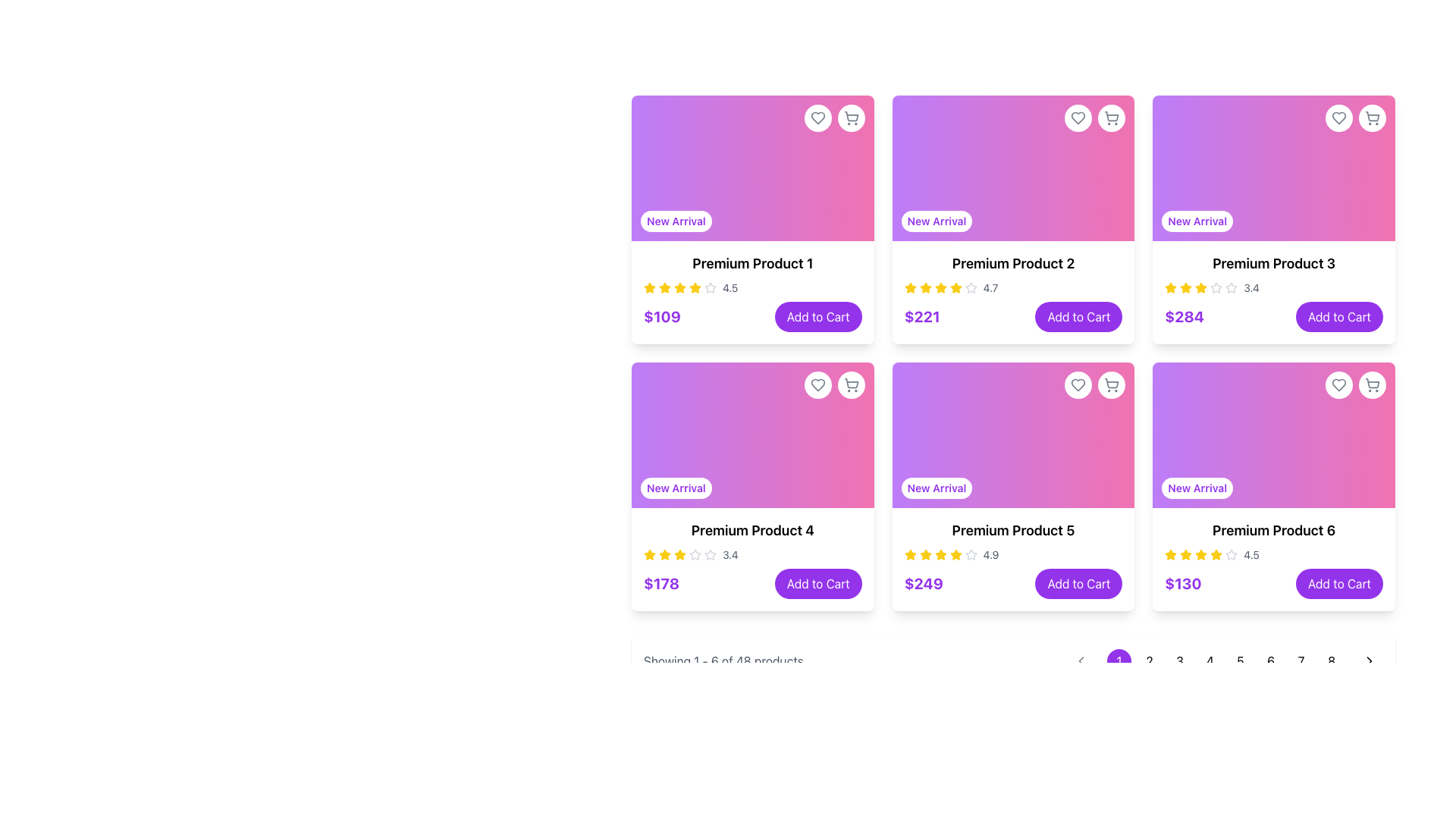 The height and width of the screenshot is (819, 1456). Describe the element at coordinates (1339, 384) in the screenshot. I see `the 'add to favorites' button located at the top-right corner of the 'Premium Product 6' card, which is the first button to the left of the shopping cart icon` at that location.